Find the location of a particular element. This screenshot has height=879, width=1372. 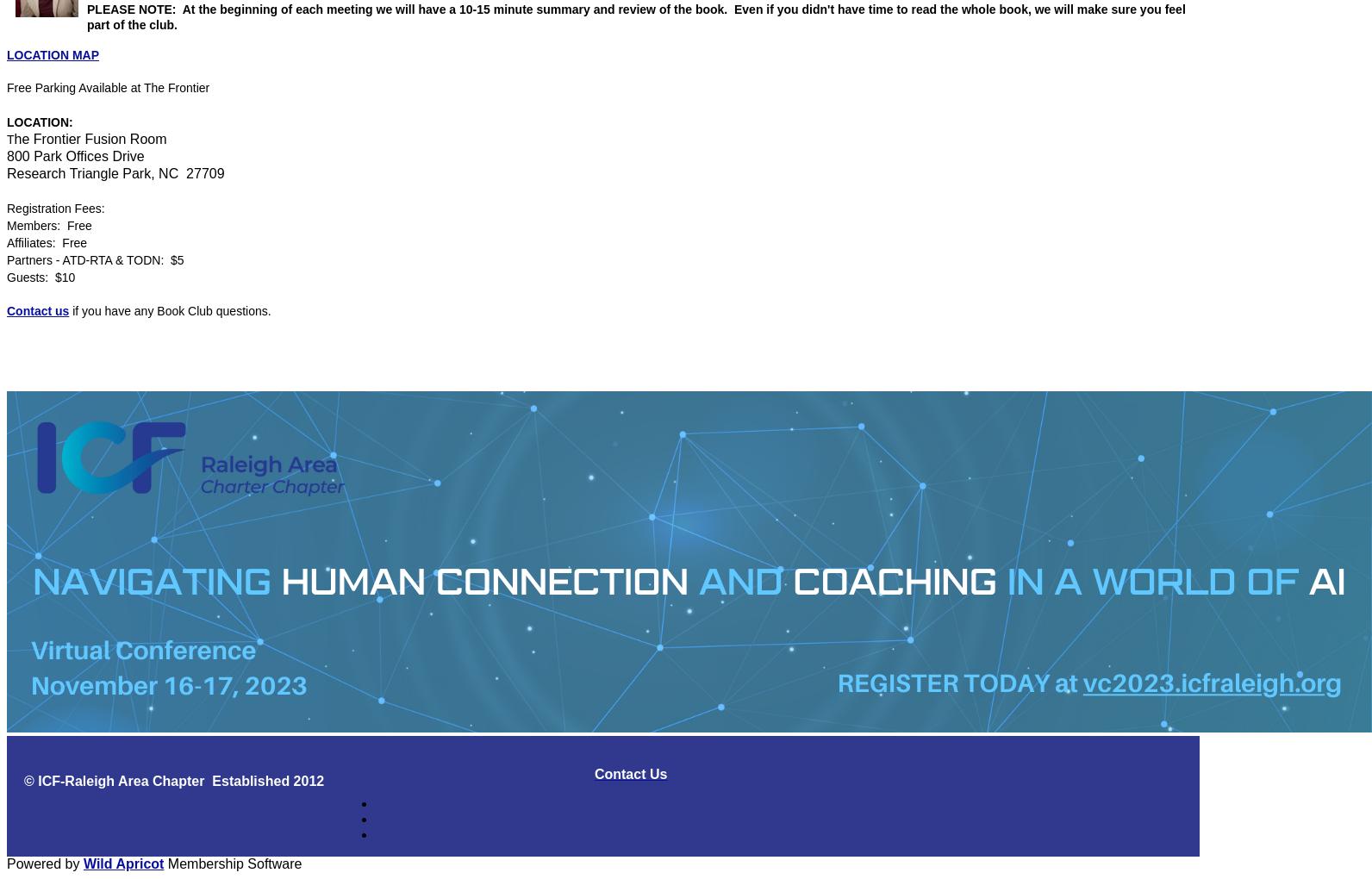

'Membership Software' is located at coordinates (232, 863).